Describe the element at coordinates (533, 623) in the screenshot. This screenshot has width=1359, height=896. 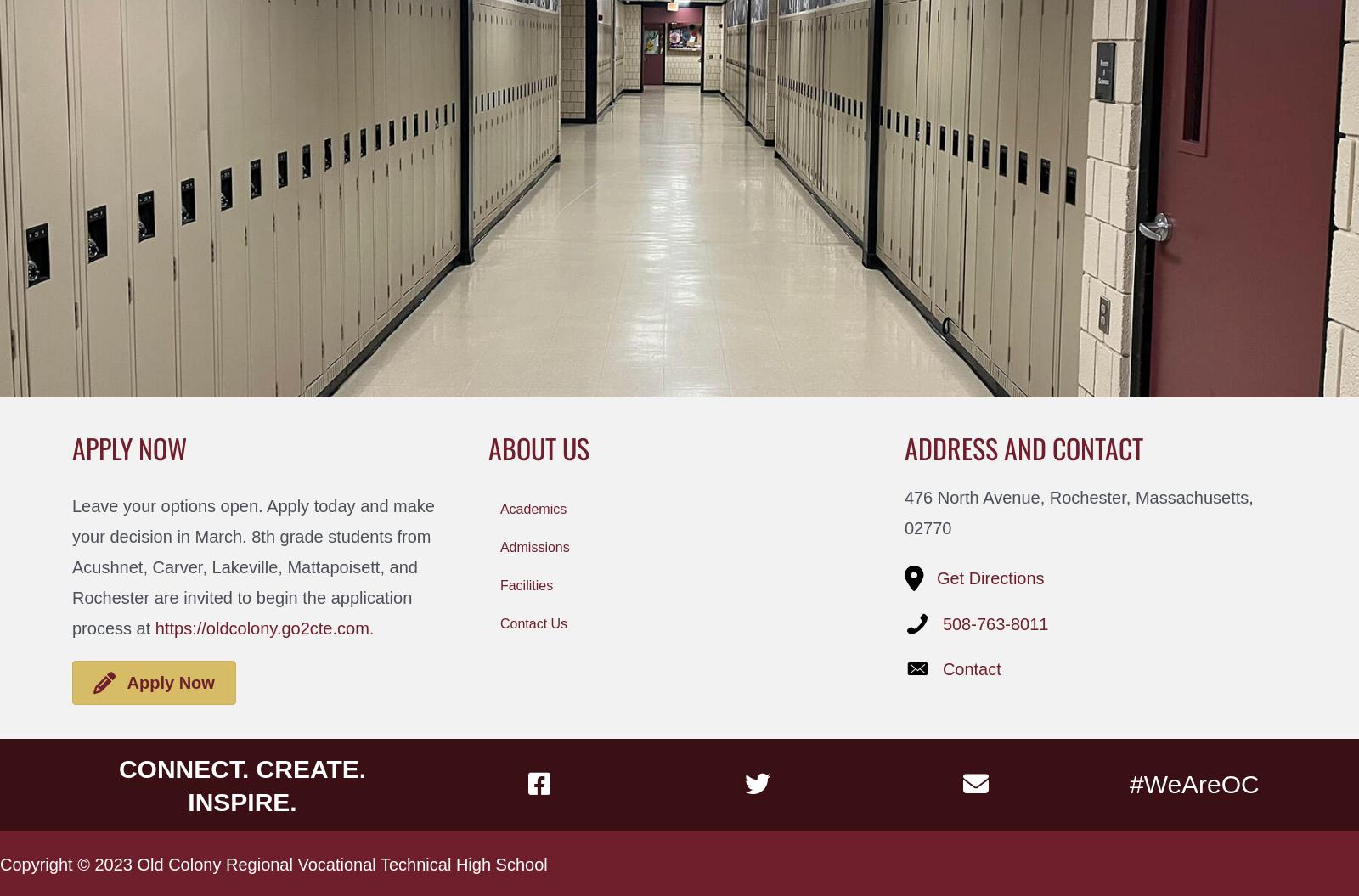
I see `'Contact Us'` at that location.